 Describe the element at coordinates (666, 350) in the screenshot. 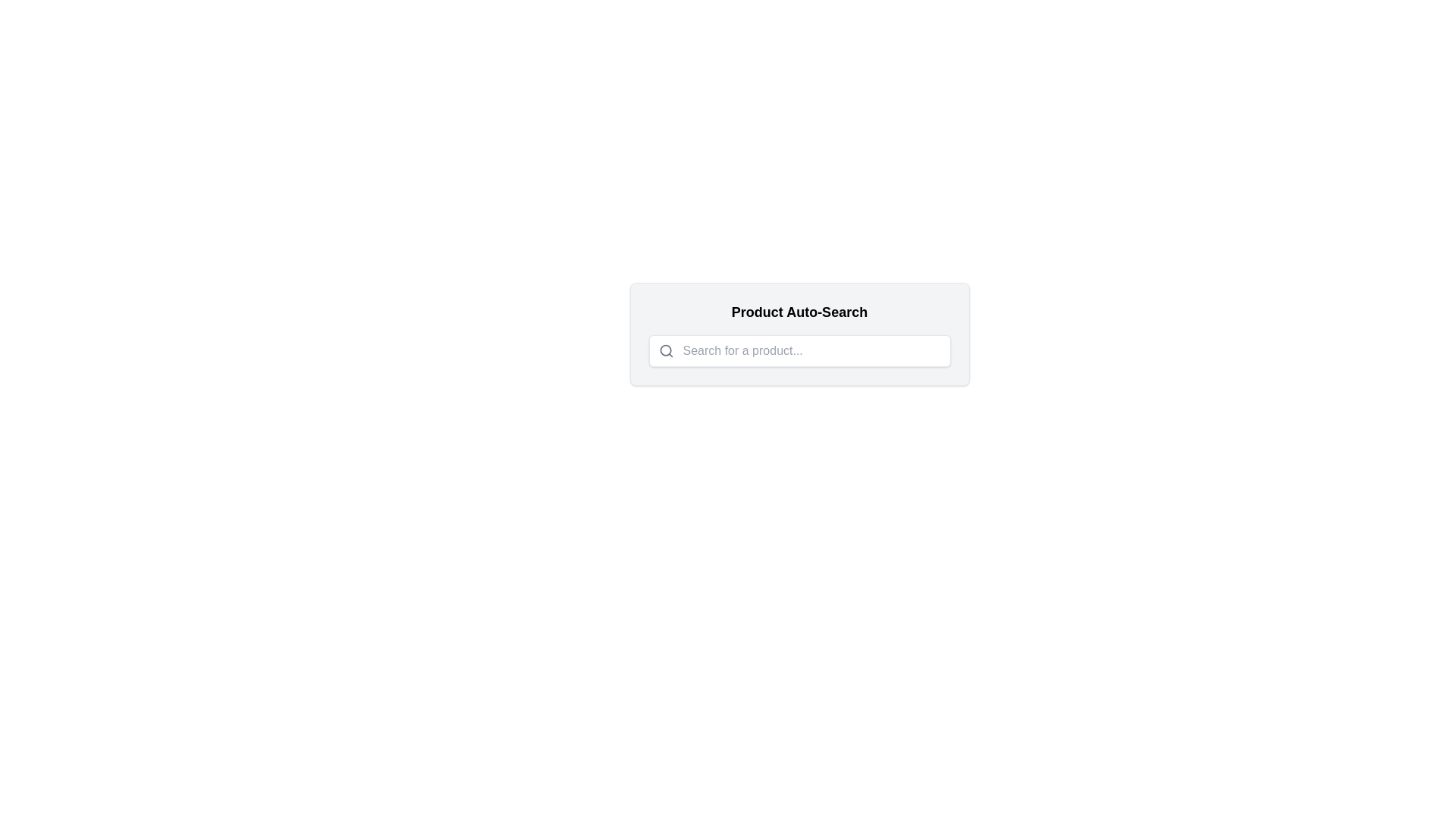

I see `the search icon located at the beginning of the text input field` at that location.